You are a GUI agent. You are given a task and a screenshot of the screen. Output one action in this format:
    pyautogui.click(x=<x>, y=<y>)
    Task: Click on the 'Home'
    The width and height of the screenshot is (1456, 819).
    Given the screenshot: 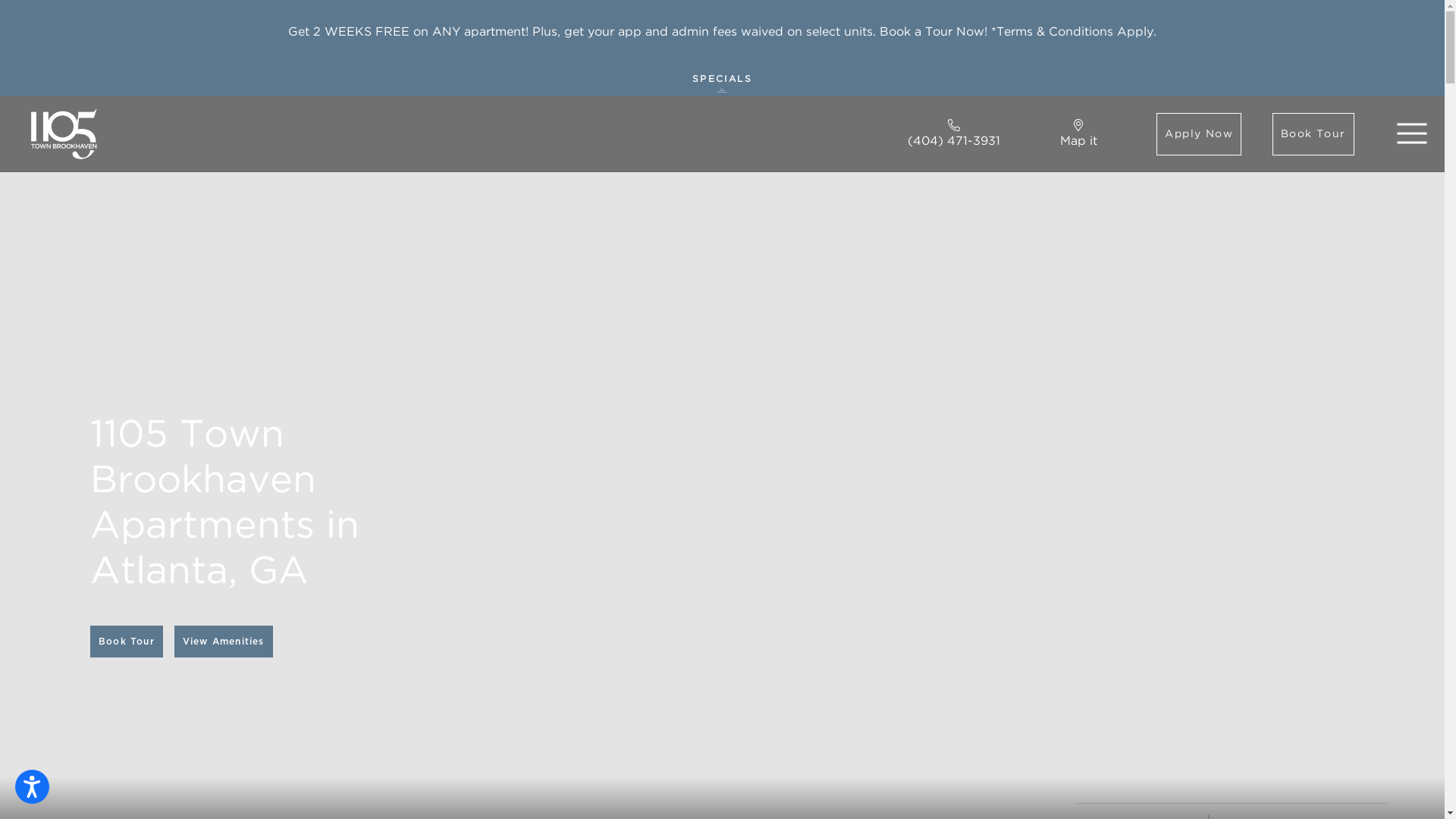 What is the action you would take?
    pyautogui.click(x=62, y=133)
    